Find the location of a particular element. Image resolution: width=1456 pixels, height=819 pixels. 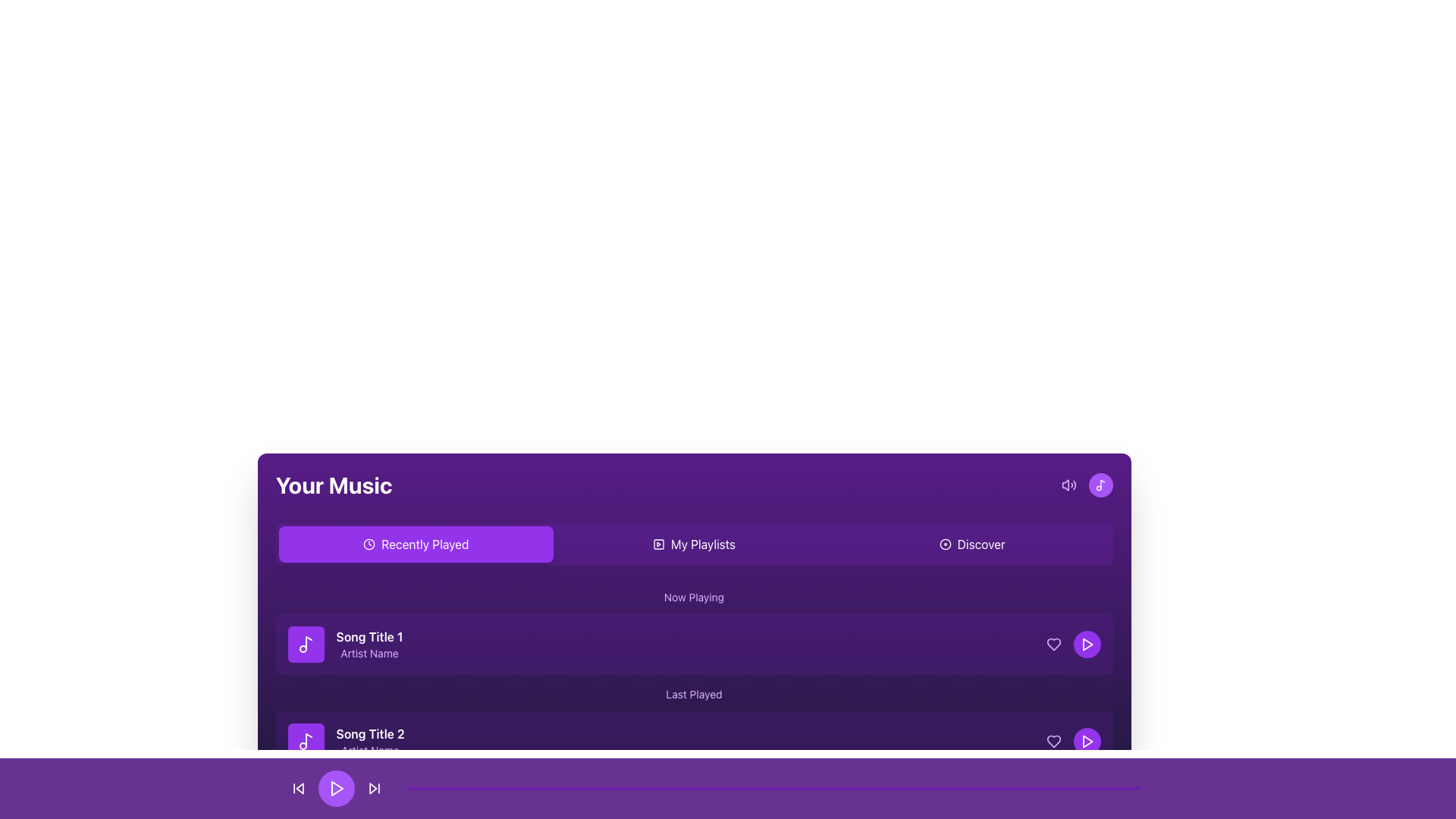

the 'Discover' button located at the rightmost end of the horizontal navigation bar to change its background color is located at coordinates (972, 543).